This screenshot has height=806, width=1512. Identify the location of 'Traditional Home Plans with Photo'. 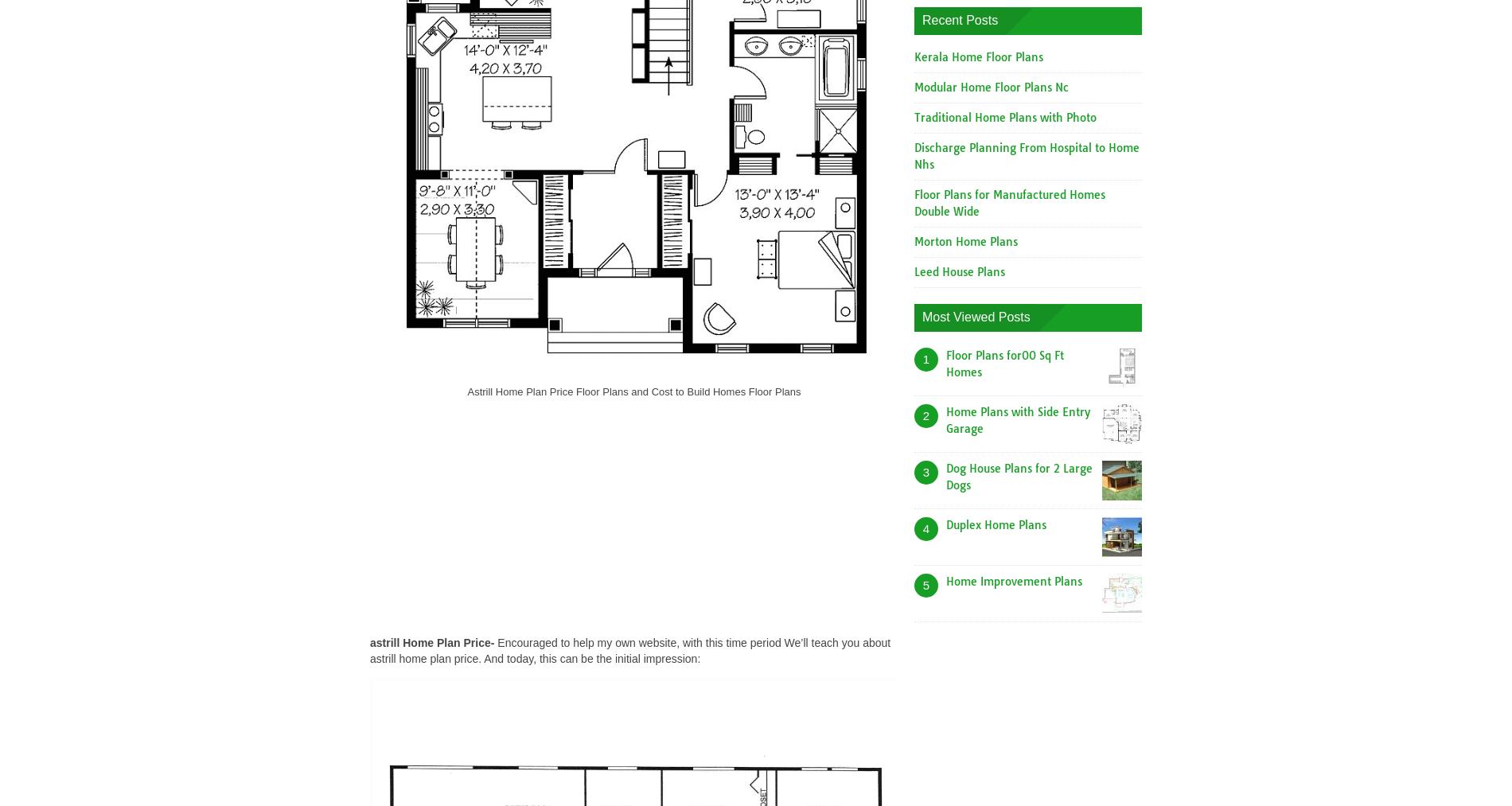
(1004, 116).